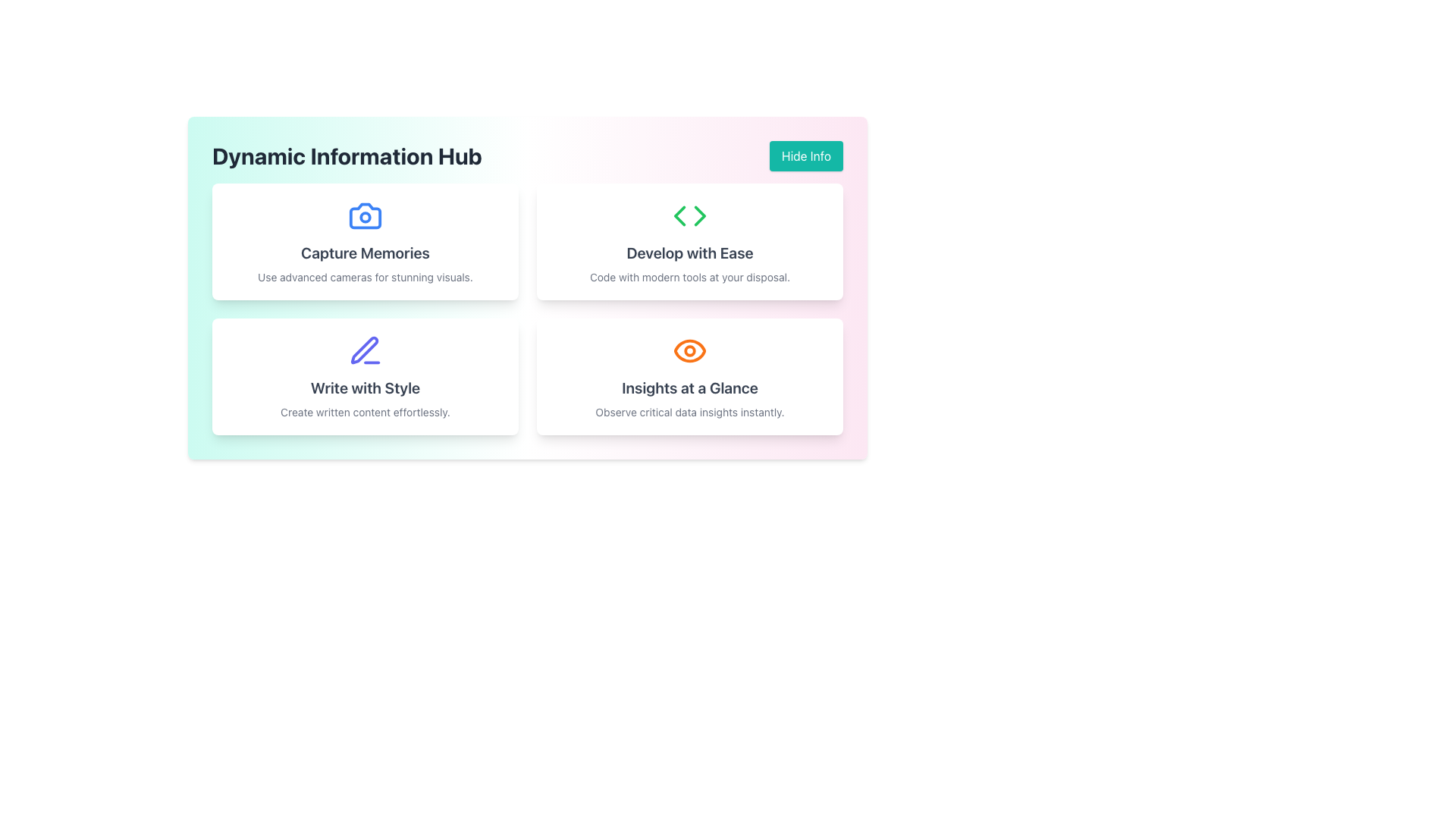 The width and height of the screenshot is (1456, 819). What do you see at coordinates (365, 216) in the screenshot?
I see `the circular dot located inside the camera icon, which has a blue outline and is positioned above the text 'Capture Memories' in the top-left quadrant of the interface` at bounding box center [365, 216].